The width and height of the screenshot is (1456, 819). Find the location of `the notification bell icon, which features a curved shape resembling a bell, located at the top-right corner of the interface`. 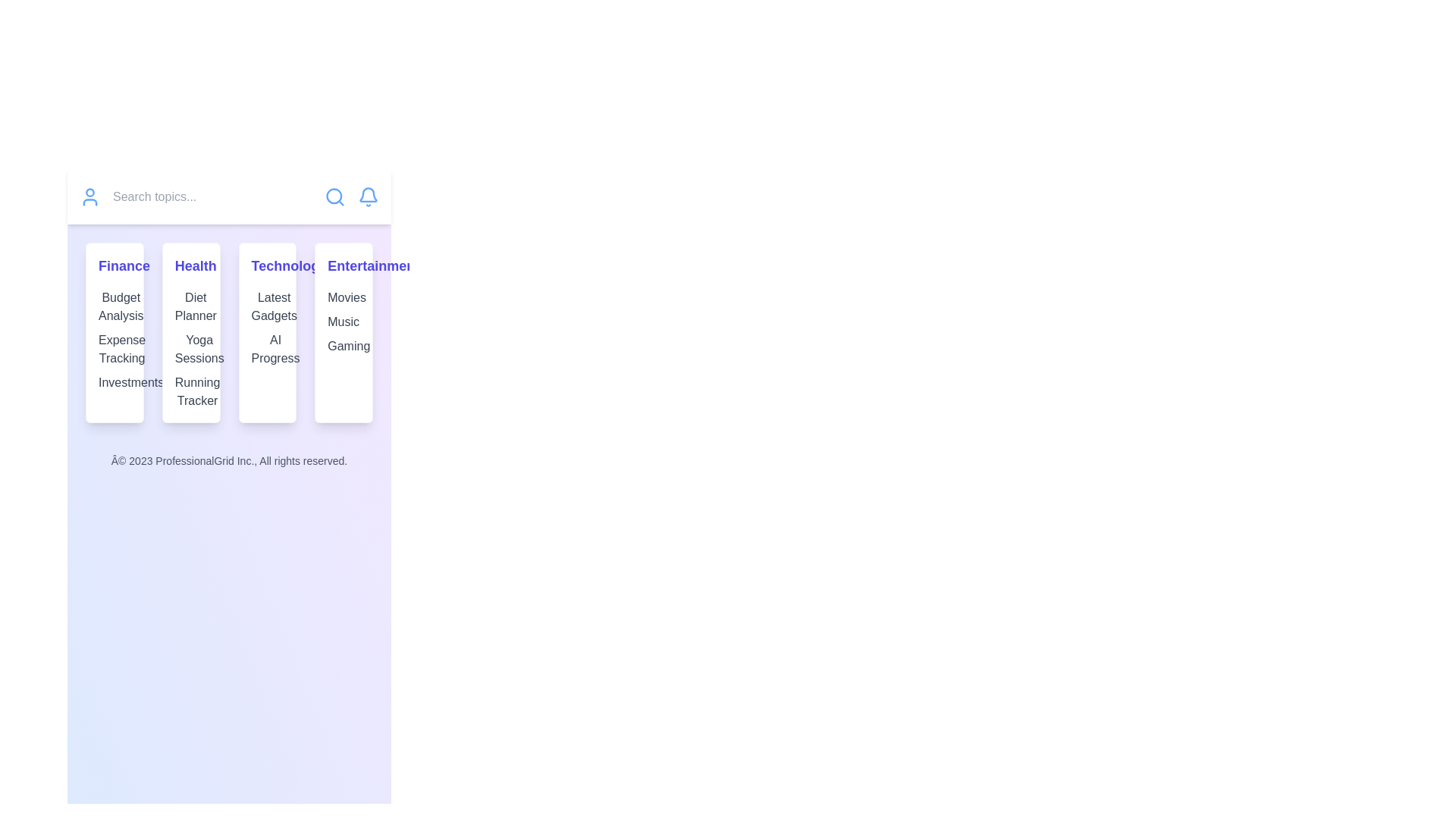

the notification bell icon, which features a curved shape resembling a bell, located at the top-right corner of the interface is located at coordinates (368, 194).